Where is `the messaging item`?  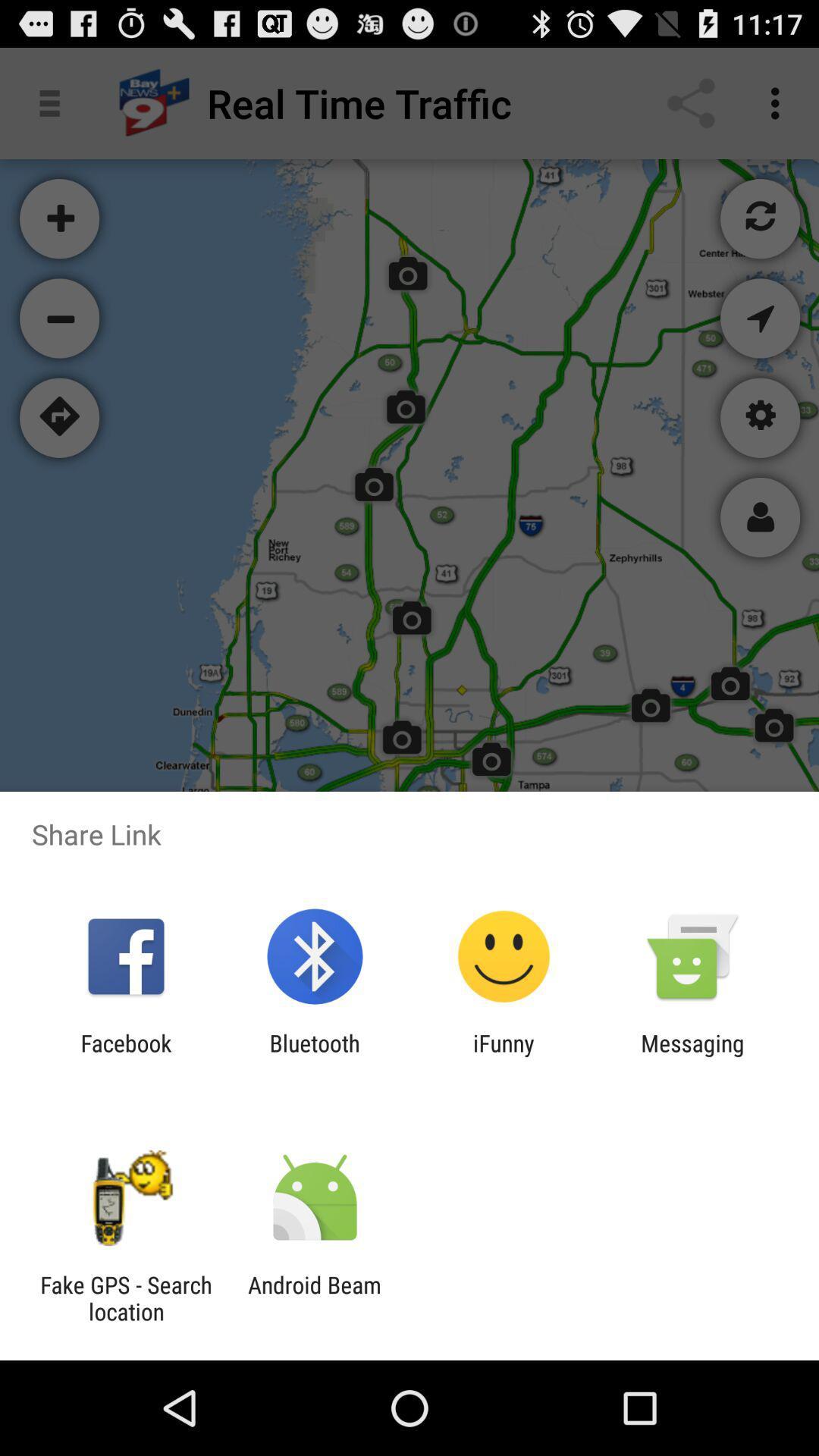
the messaging item is located at coordinates (692, 1056).